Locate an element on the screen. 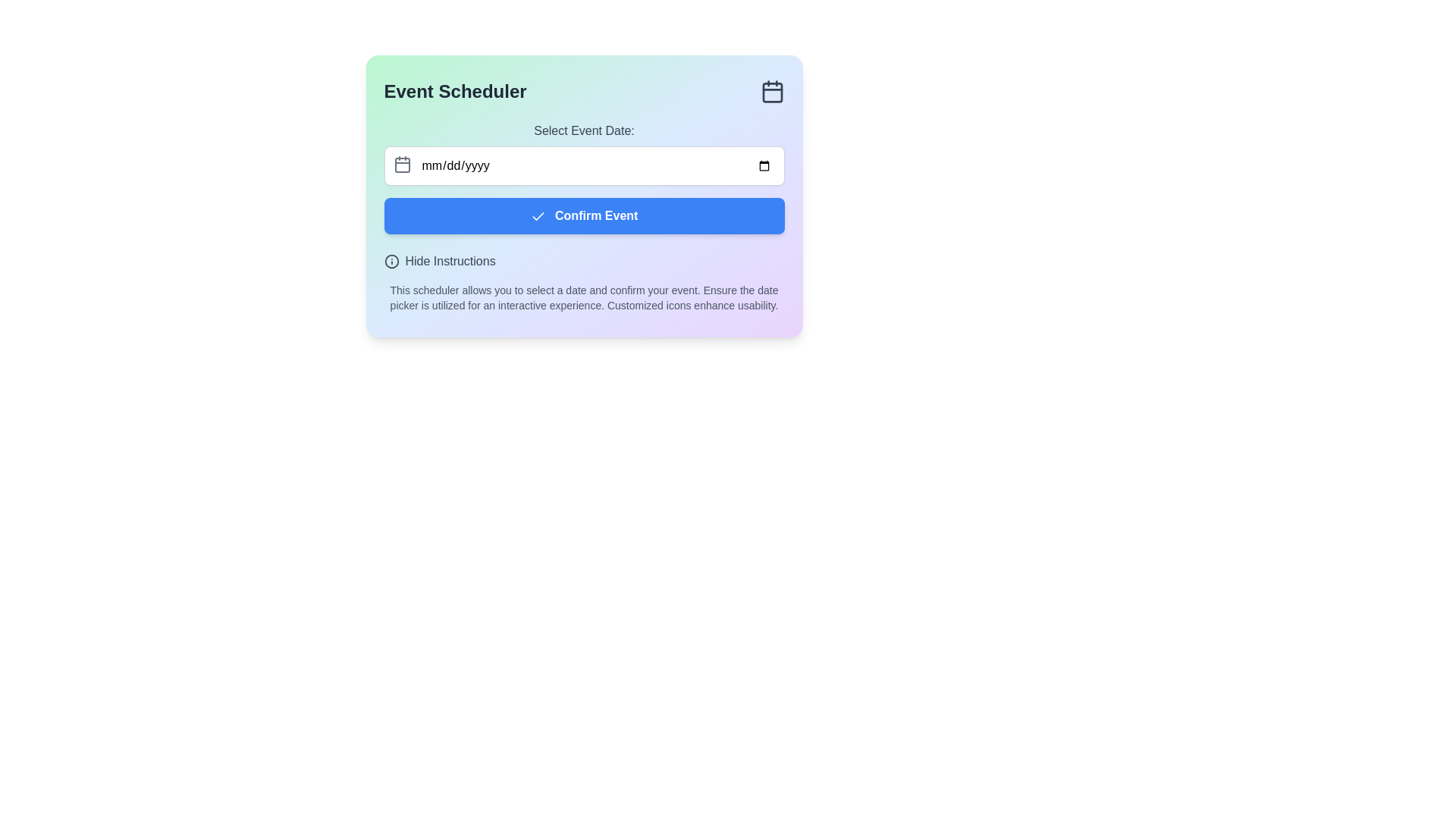 The height and width of the screenshot is (819, 1456). the blue 'Confirm Event' button located within the gradient card labeled 'Event Scheduler' is located at coordinates (583, 195).